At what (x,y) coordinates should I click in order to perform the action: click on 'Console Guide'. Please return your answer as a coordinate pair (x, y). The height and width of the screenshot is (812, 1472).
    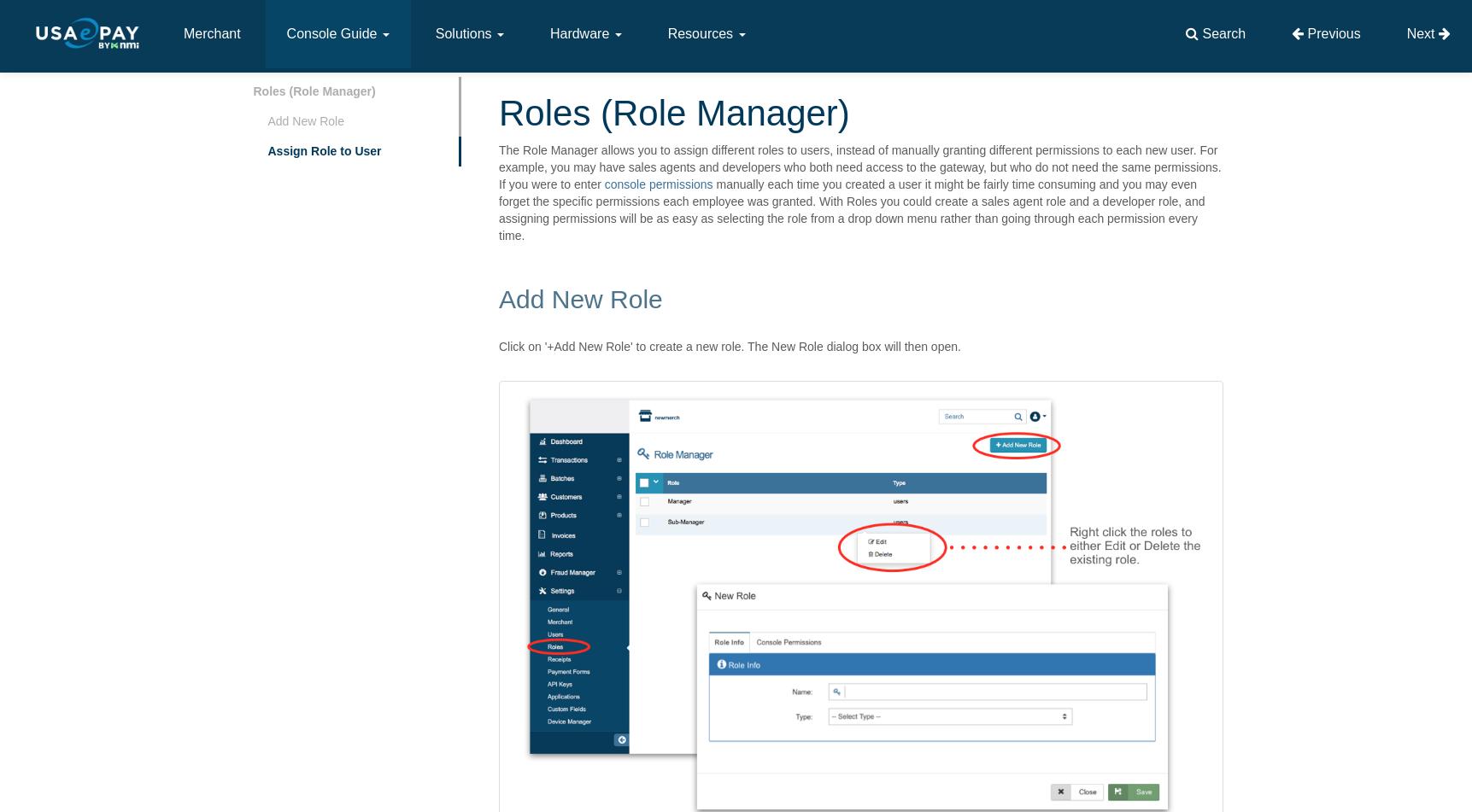
    Looking at the image, I should click on (331, 33).